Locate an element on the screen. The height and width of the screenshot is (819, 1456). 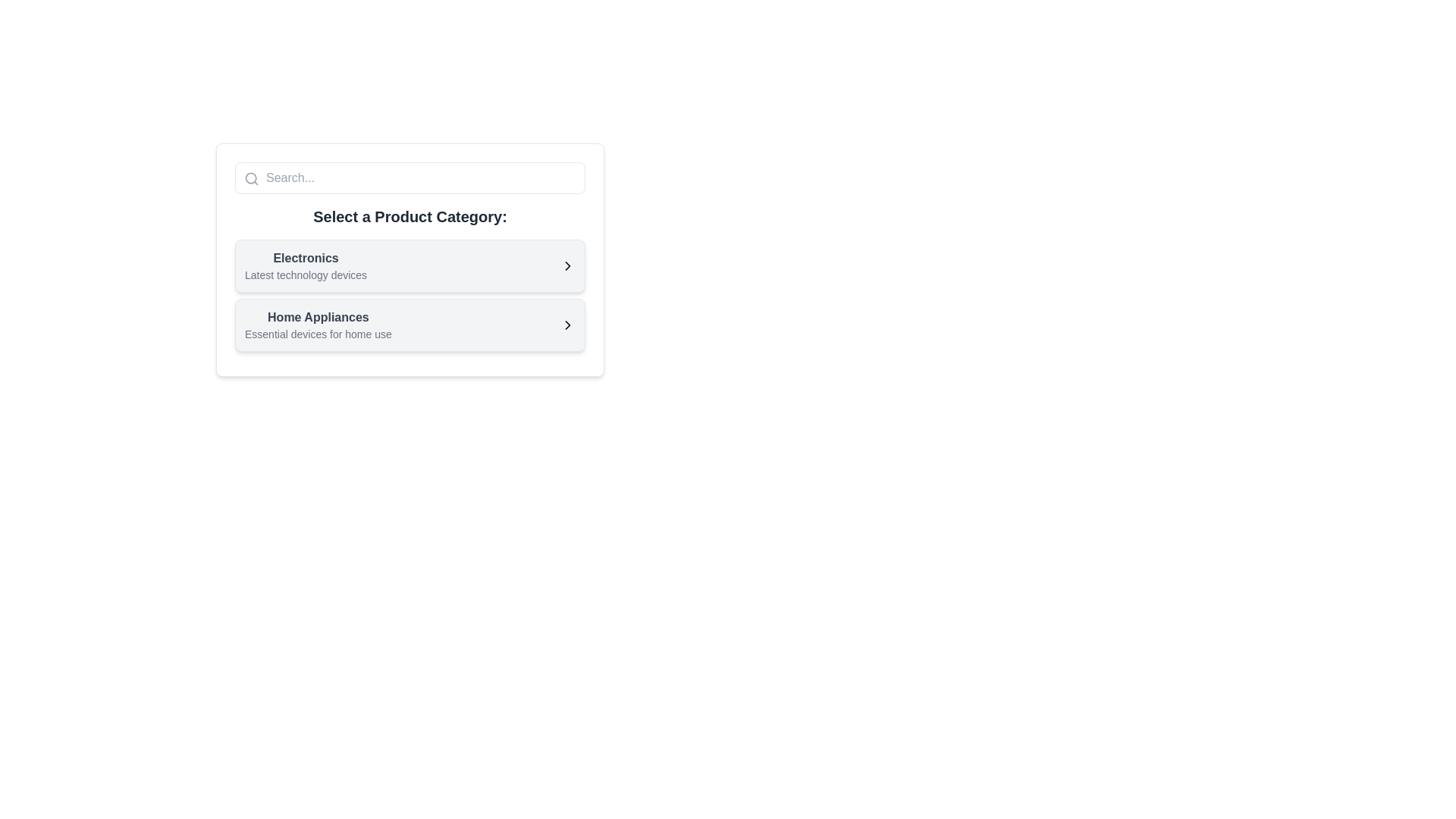
the 'Home Appliances' text block within the menu option is located at coordinates (317, 324).